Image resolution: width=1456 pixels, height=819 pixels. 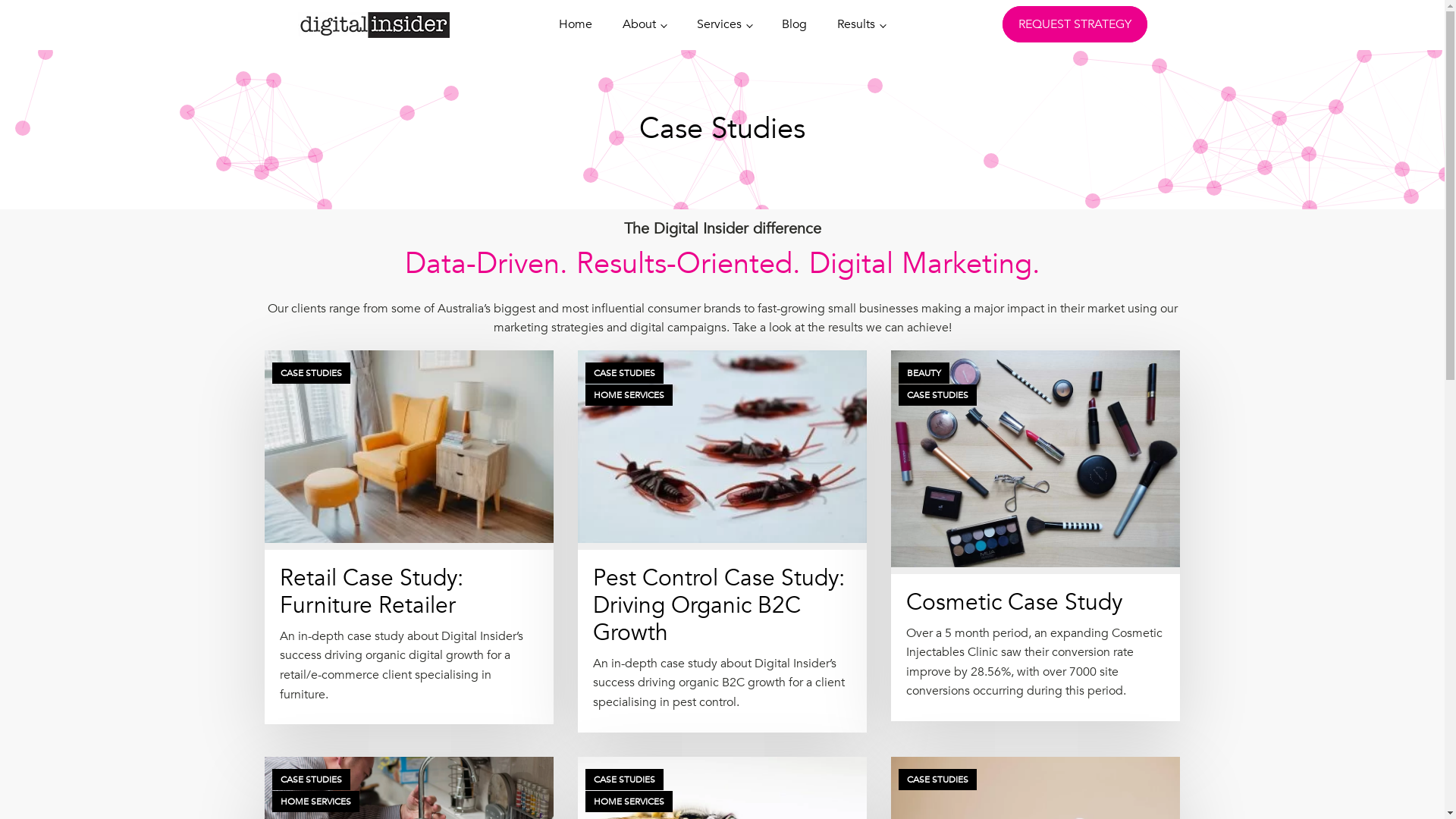 I want to click on 'About', so click(x=644, y=25).